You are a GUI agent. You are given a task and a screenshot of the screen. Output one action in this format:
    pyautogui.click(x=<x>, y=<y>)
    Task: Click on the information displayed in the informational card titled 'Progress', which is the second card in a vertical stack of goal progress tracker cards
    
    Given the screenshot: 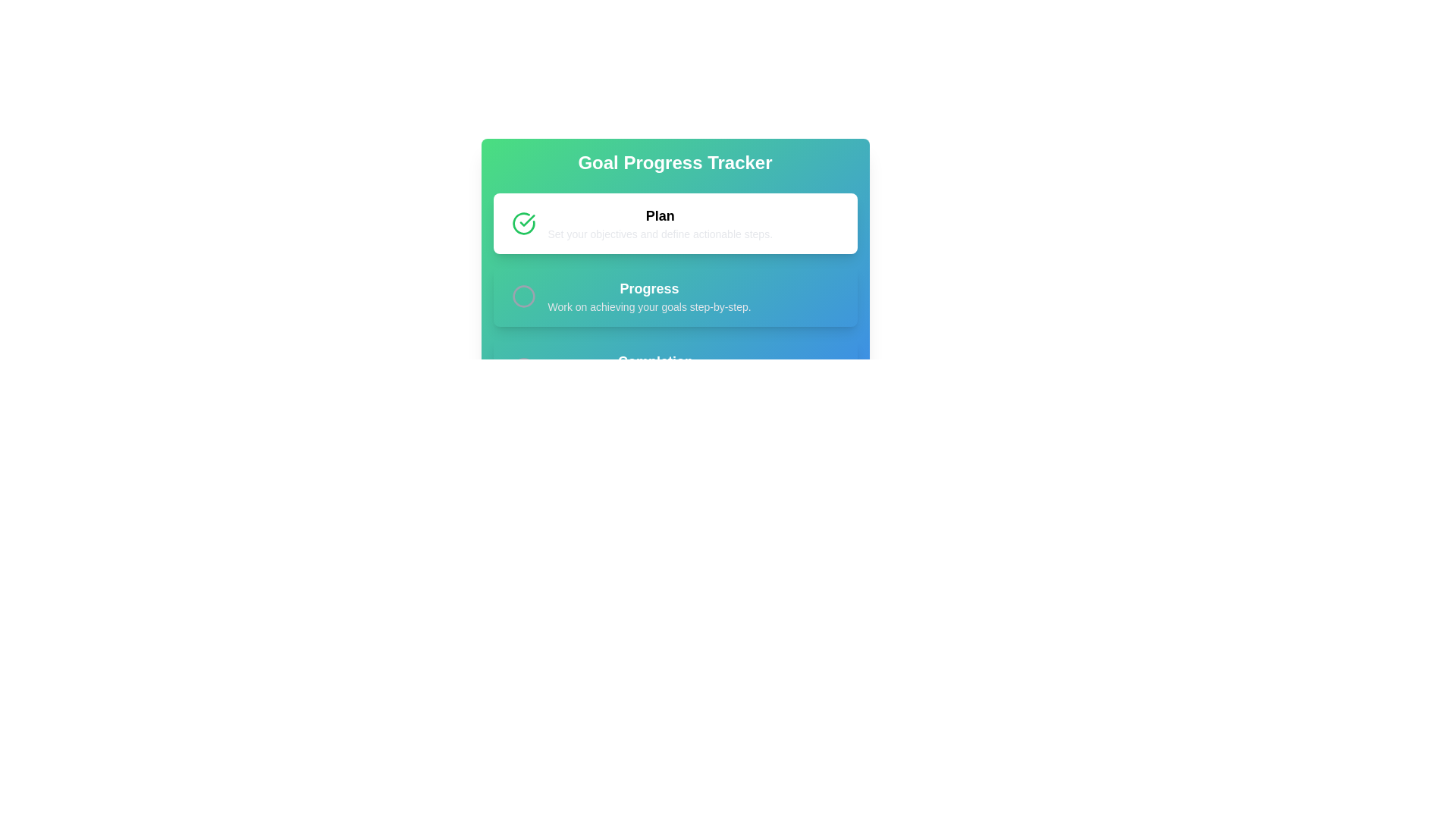 What is the action you would take?
    pyautogui.click(x=674, y=299)
    